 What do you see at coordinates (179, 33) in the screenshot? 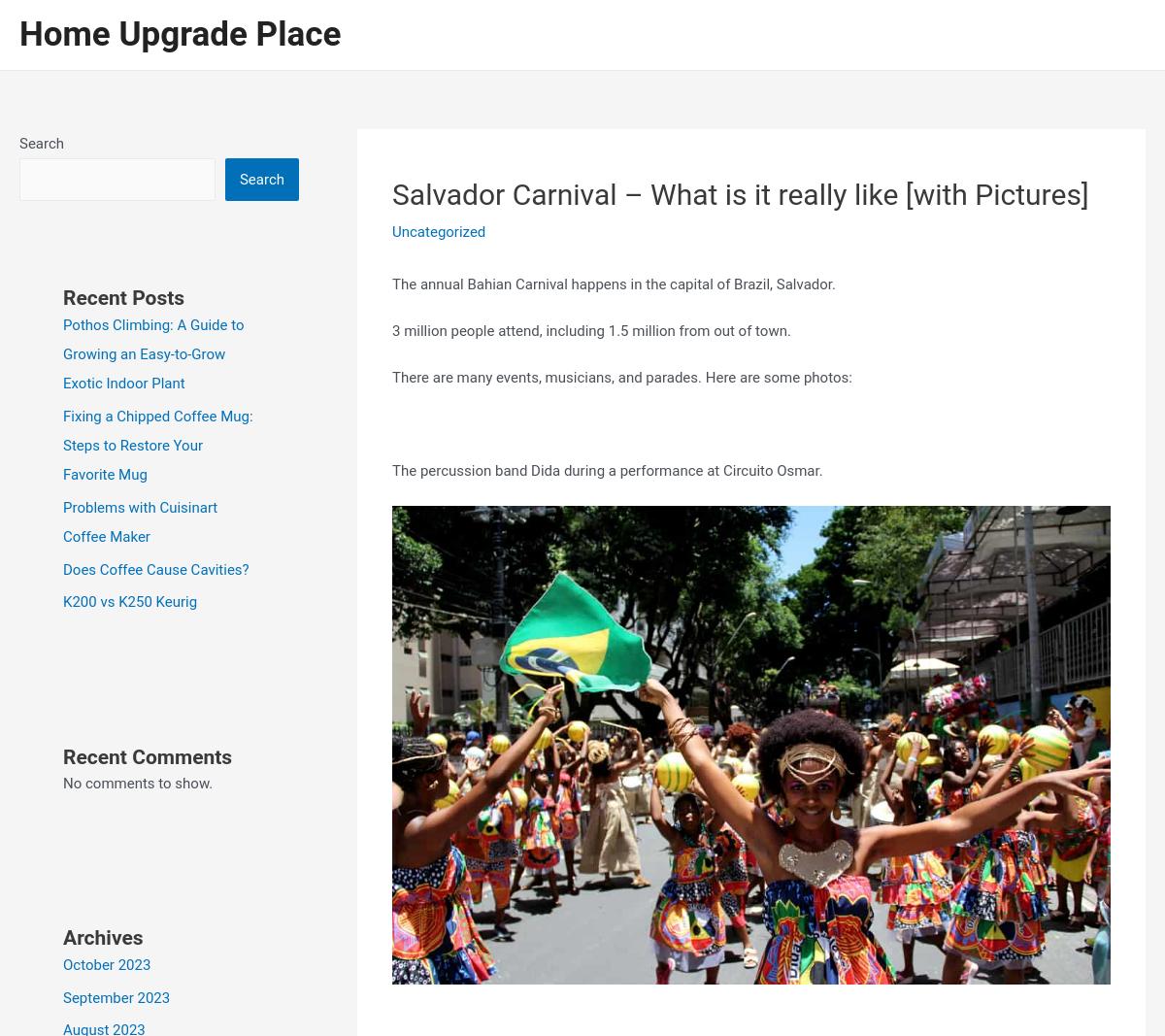
I see `'Home Upgrade Place'` at bounding box center [179, 33].